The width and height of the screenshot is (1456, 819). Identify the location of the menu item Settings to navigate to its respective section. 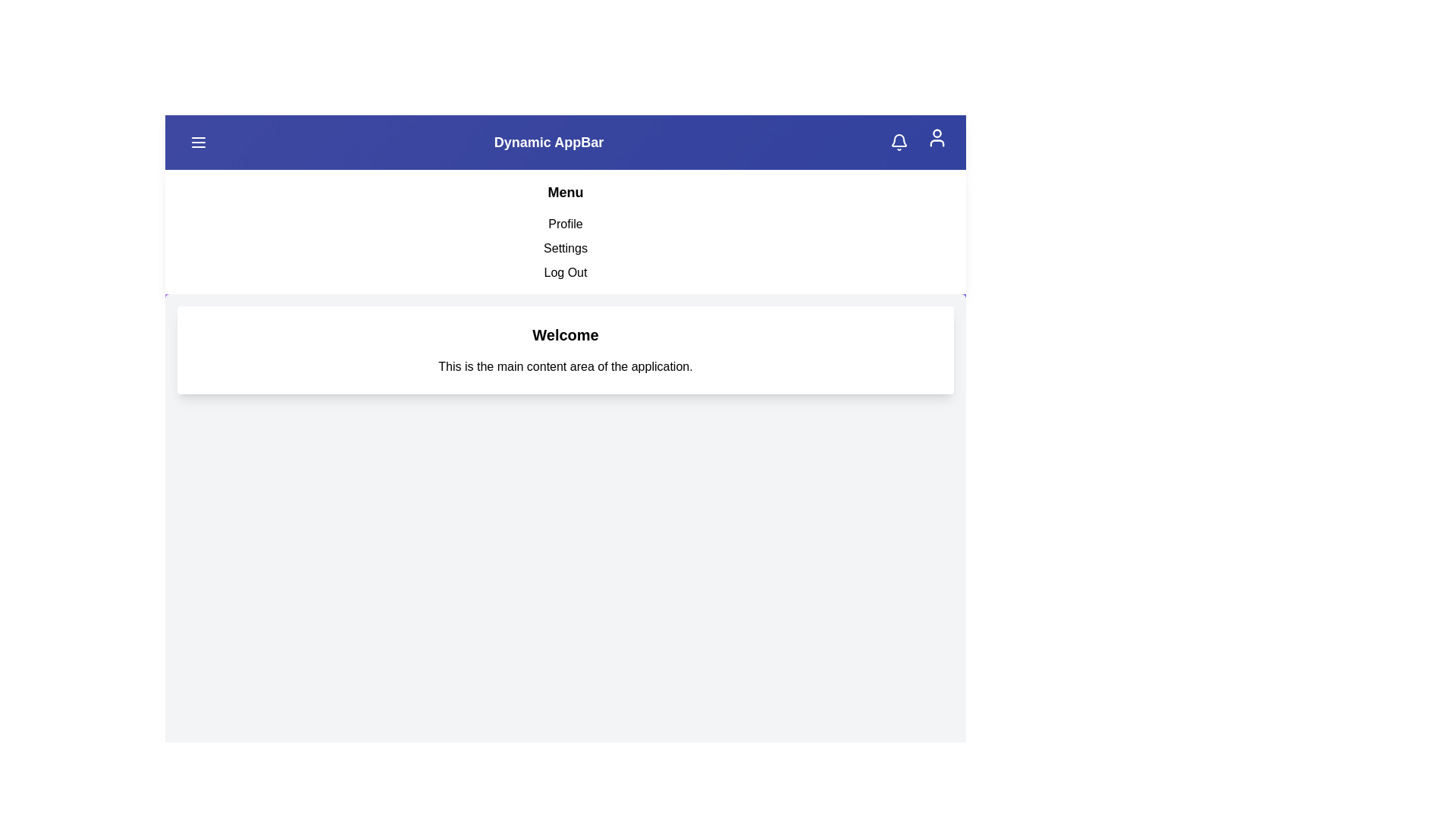
(564, 247).